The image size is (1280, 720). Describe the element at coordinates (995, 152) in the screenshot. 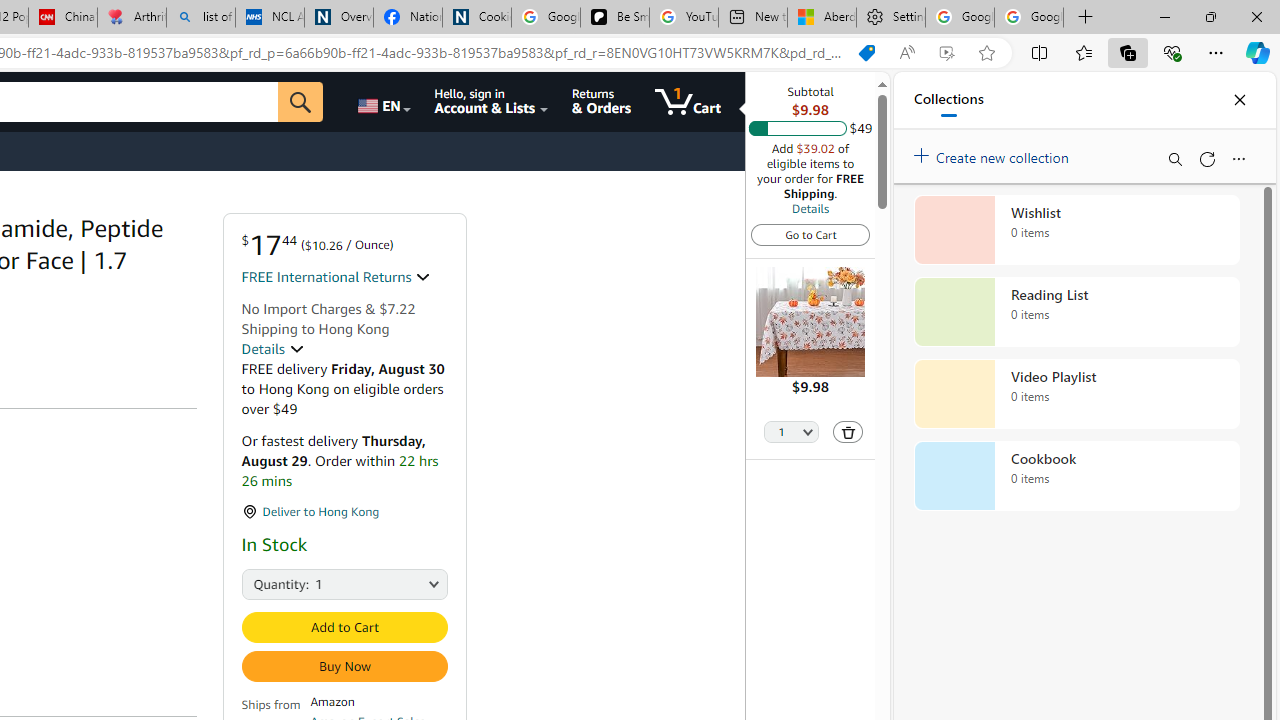

I see `'Create new collection'` at that location.